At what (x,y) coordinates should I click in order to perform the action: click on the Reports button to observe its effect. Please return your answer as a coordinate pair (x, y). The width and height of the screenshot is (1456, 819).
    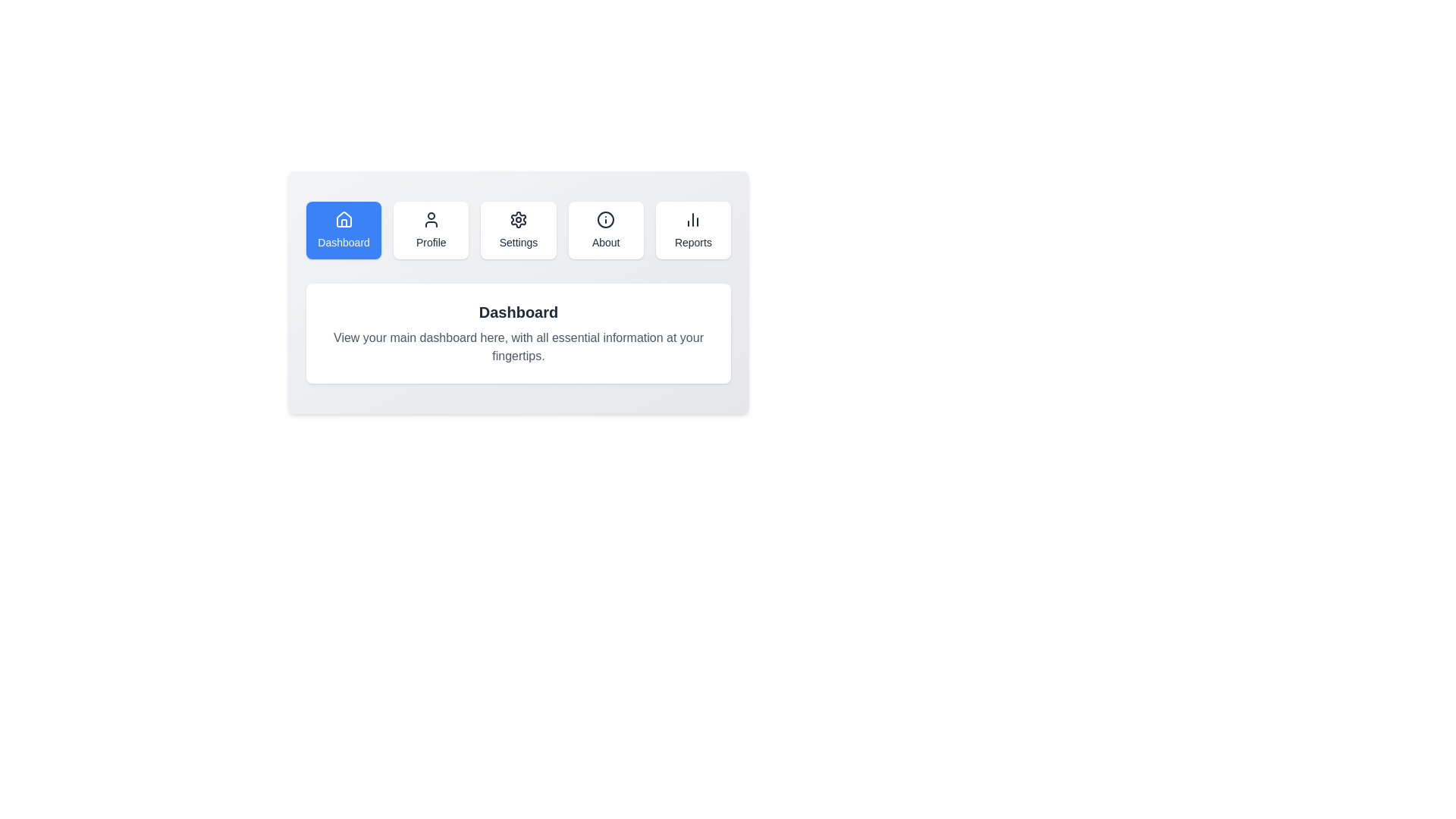
    Looking at the image, I should click on (692, 231).